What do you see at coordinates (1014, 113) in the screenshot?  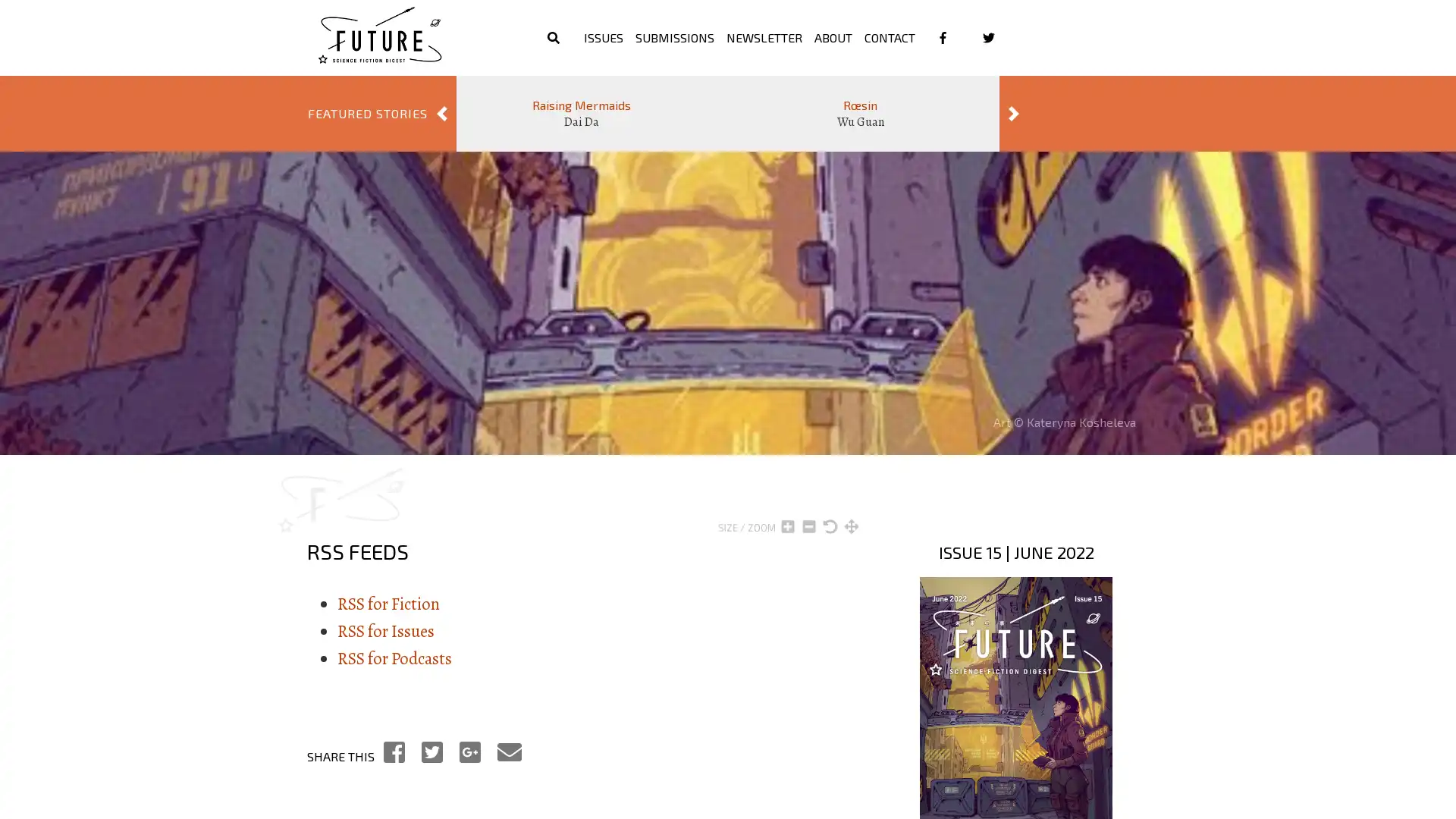 I see `Next` at bounding box center [1014, 113].